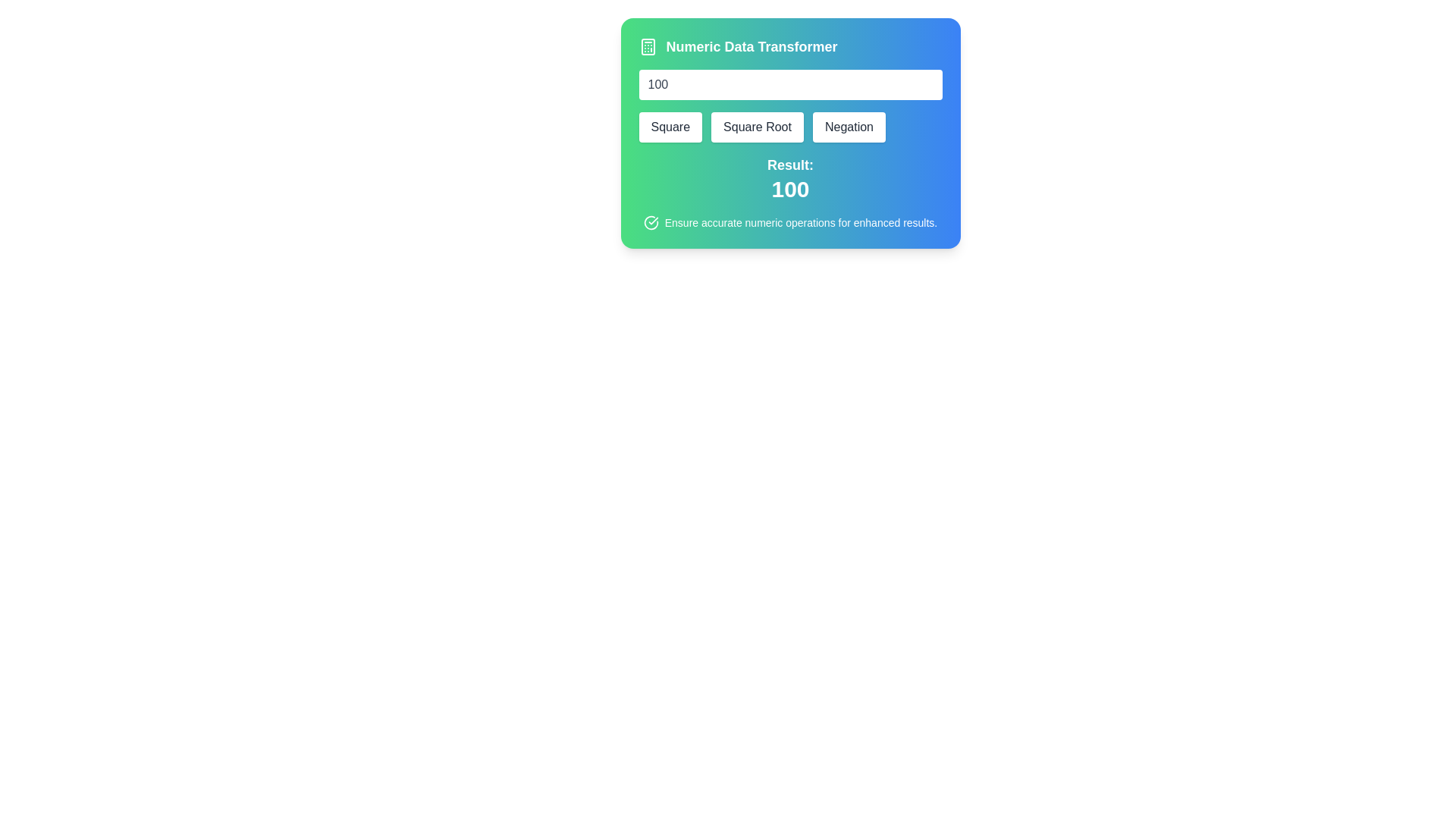 Image resolution: width=1456 pixels, height=819 pixels. I want to click on the button that calculates the square of a numeric value, located near the top-center of the interface, so click(670, 127).